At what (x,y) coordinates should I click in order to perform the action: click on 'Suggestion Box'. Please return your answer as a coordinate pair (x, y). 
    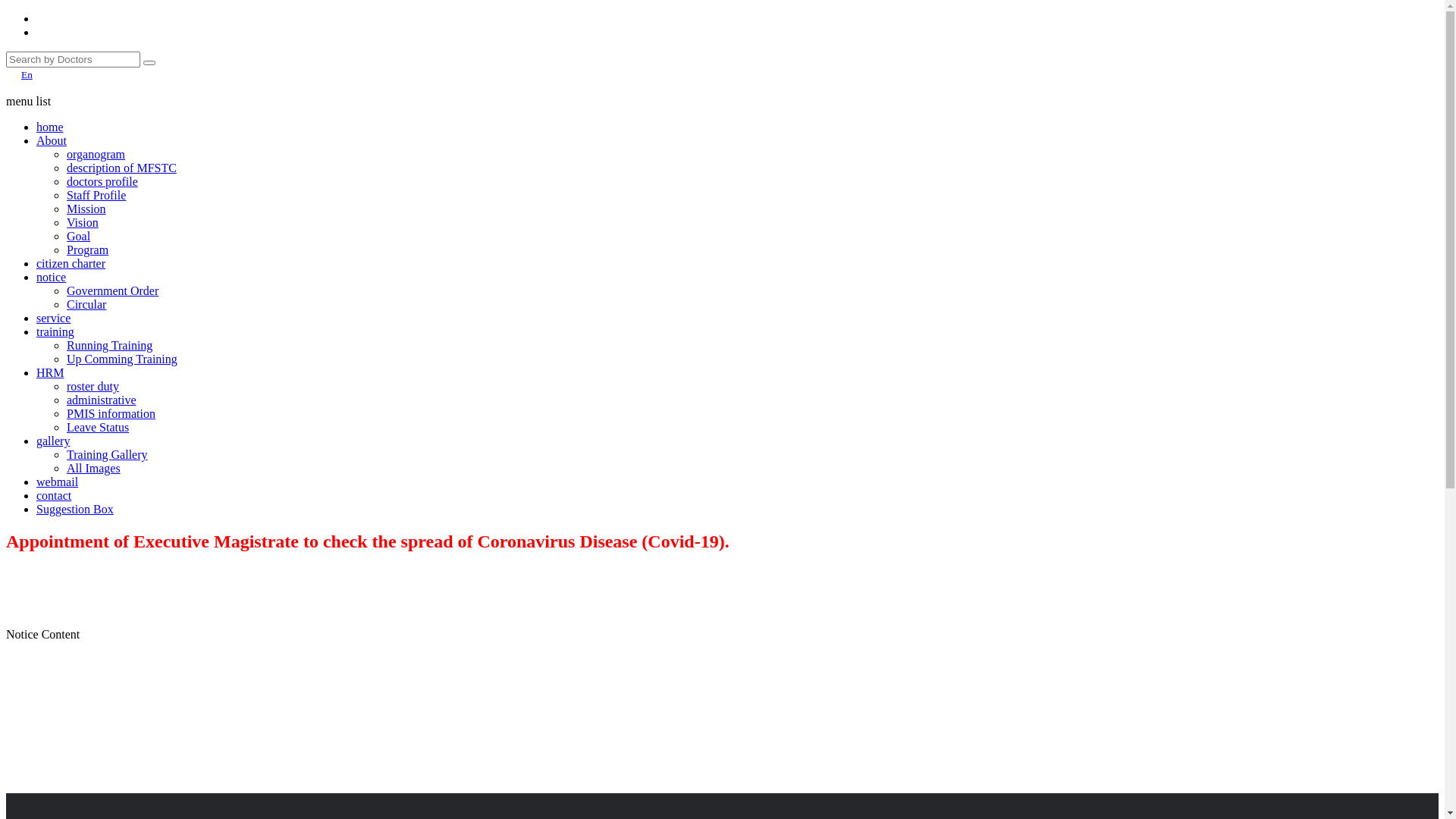
    Looking at the image, I should click on (74, 509).